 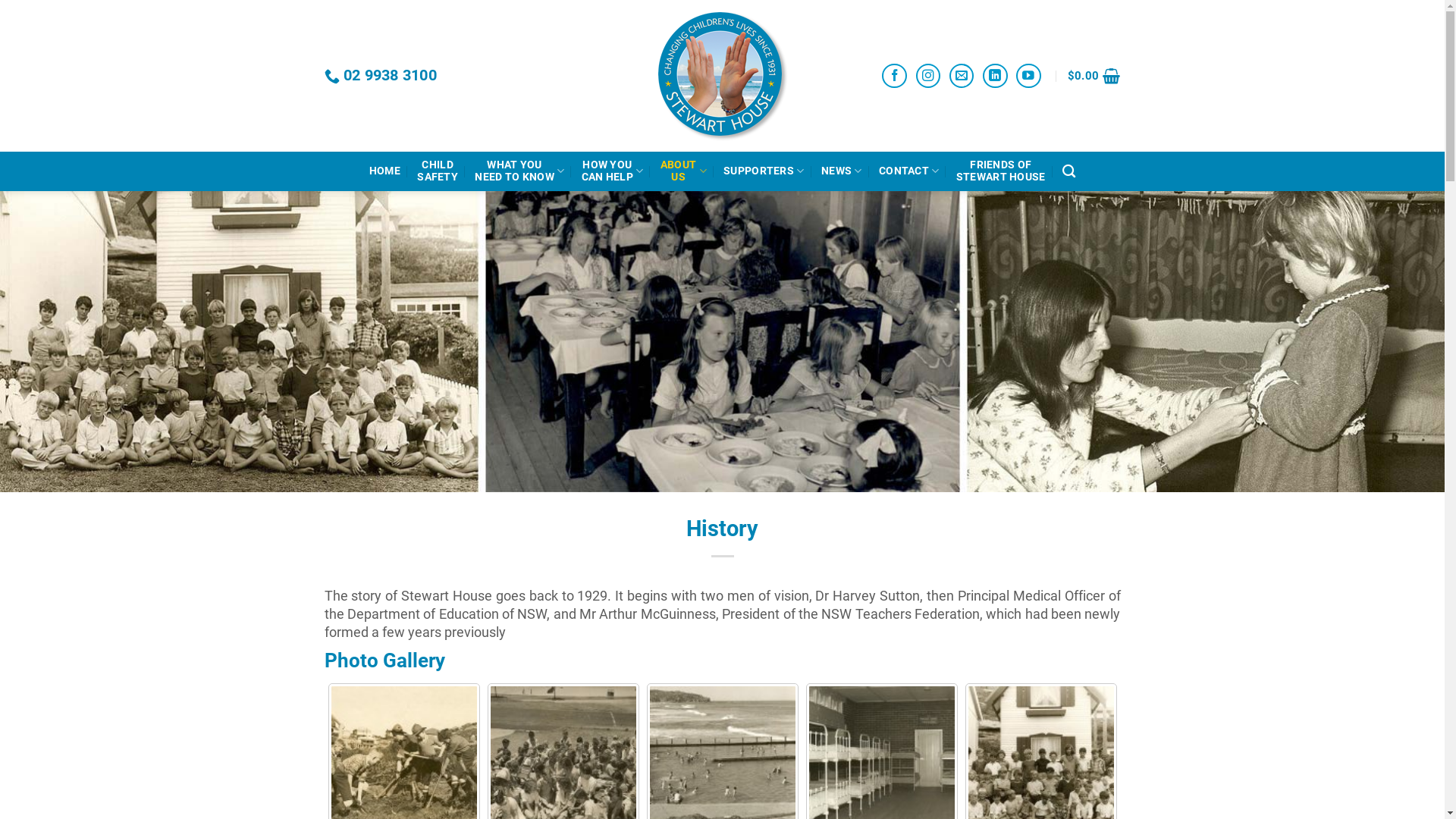 What do you see at coordinates (955, 171) in the screenshot?
I see `'FRIENDS OF` at bounding box center [955, 171].